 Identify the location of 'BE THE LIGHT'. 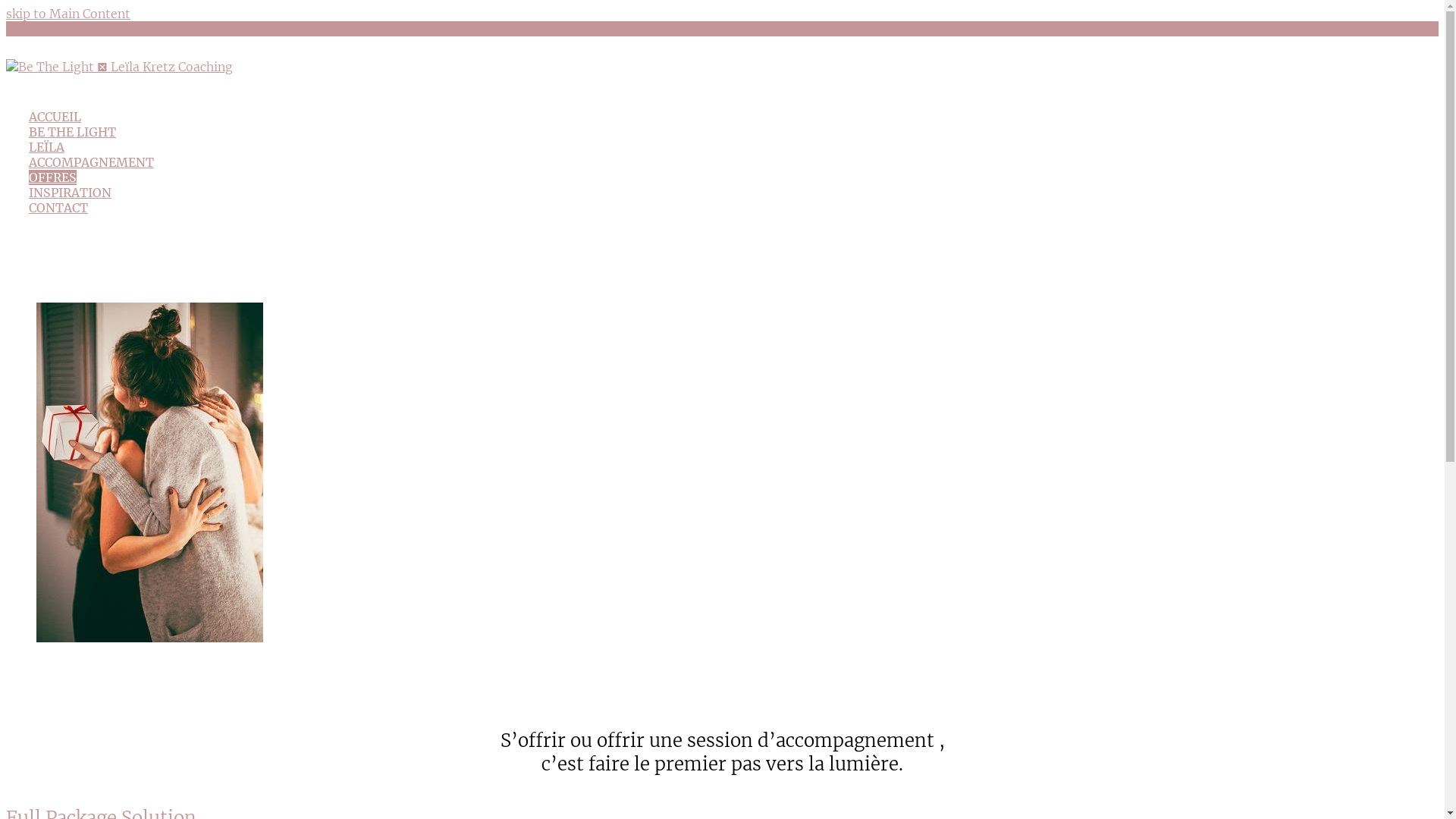
(29, 130).